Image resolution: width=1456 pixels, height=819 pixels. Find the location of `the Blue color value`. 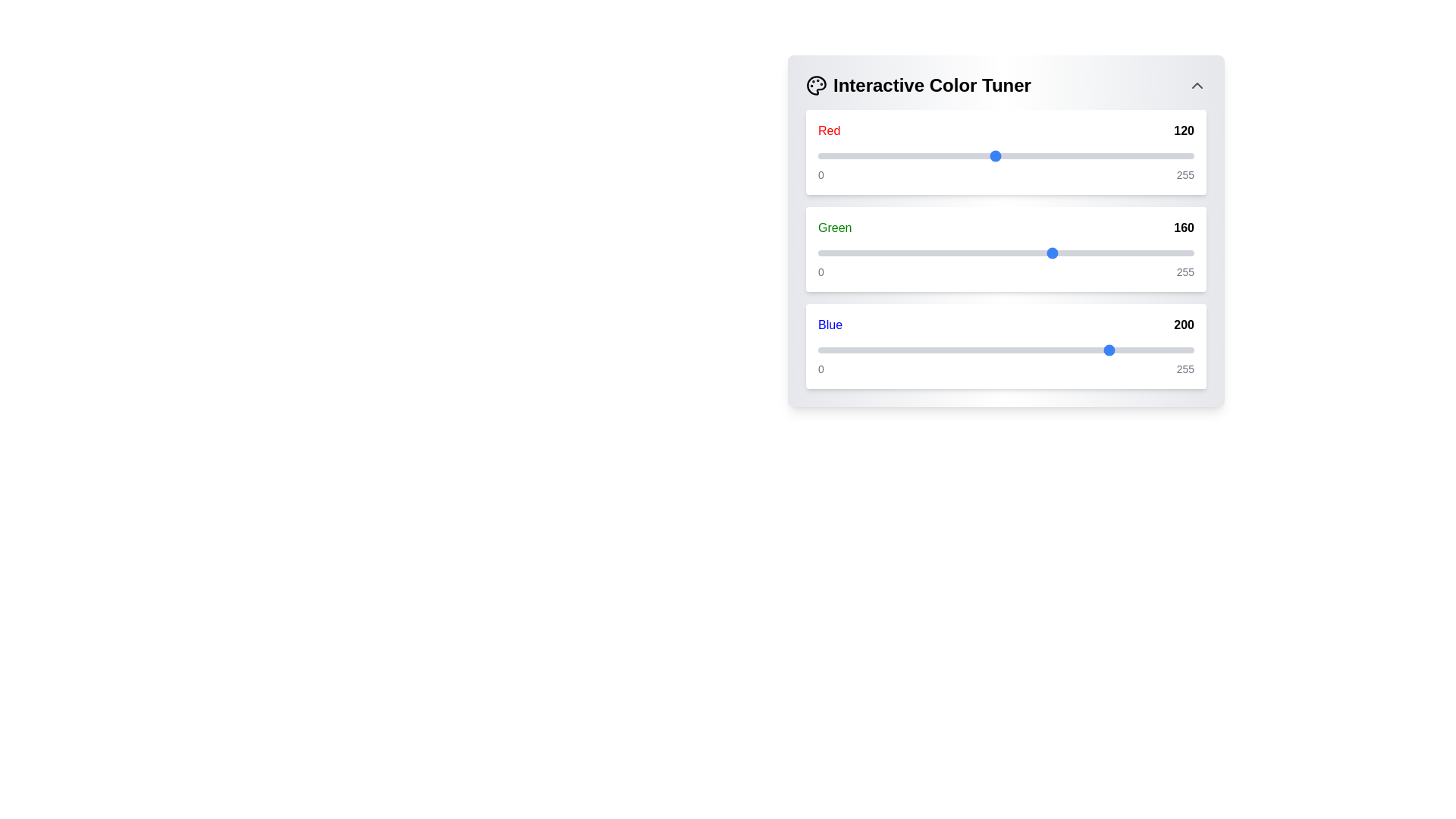

the Blue color value is located at coordinates (930, 350).